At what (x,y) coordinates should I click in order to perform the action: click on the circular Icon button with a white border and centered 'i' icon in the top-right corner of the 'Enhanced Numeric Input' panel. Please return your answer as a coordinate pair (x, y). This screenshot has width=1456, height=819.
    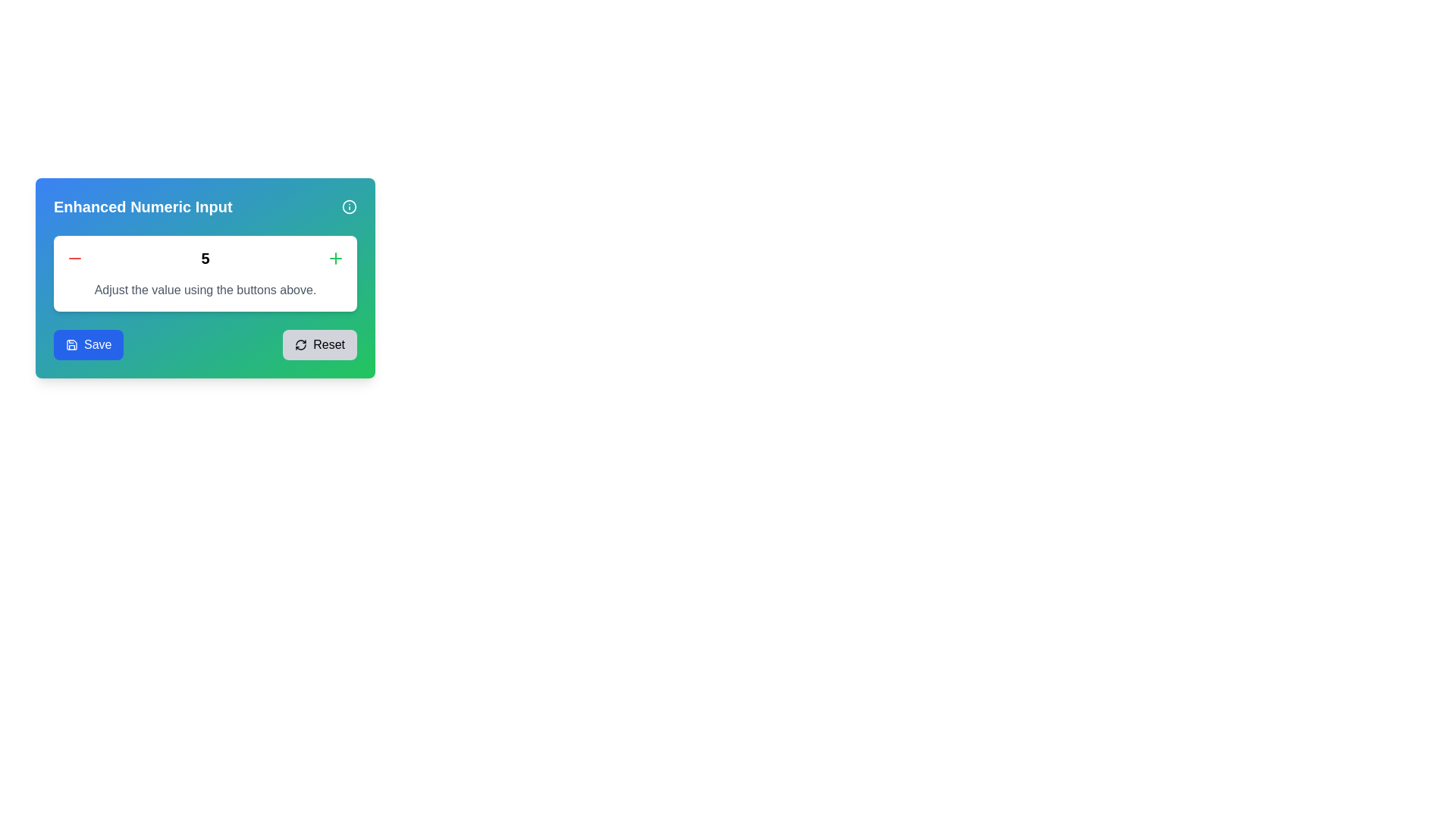
    Looking at the image, I should click on (348, 207).